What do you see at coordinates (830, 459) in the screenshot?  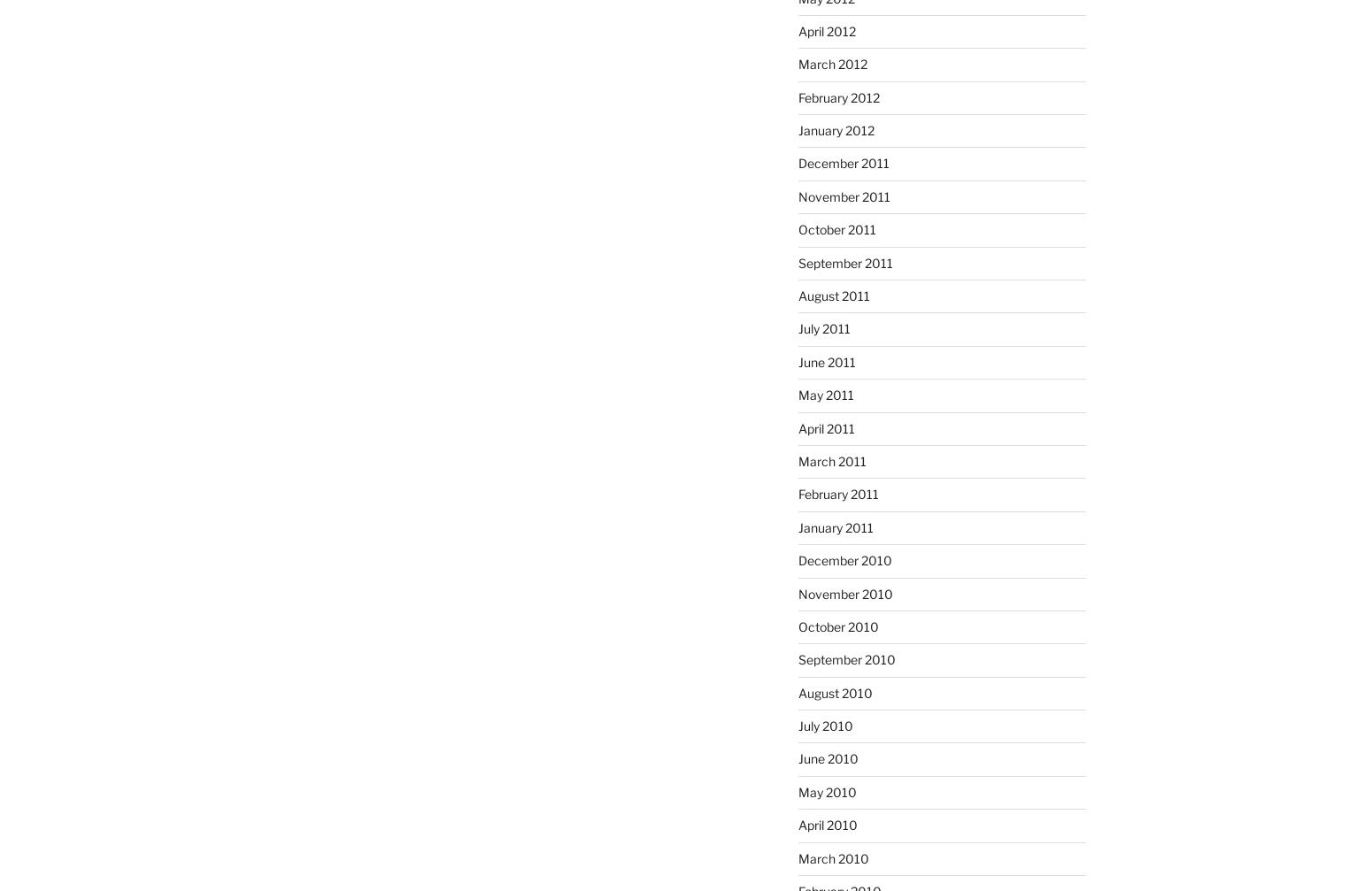 I see `'March 2011'` at bounding box center [830, 459].